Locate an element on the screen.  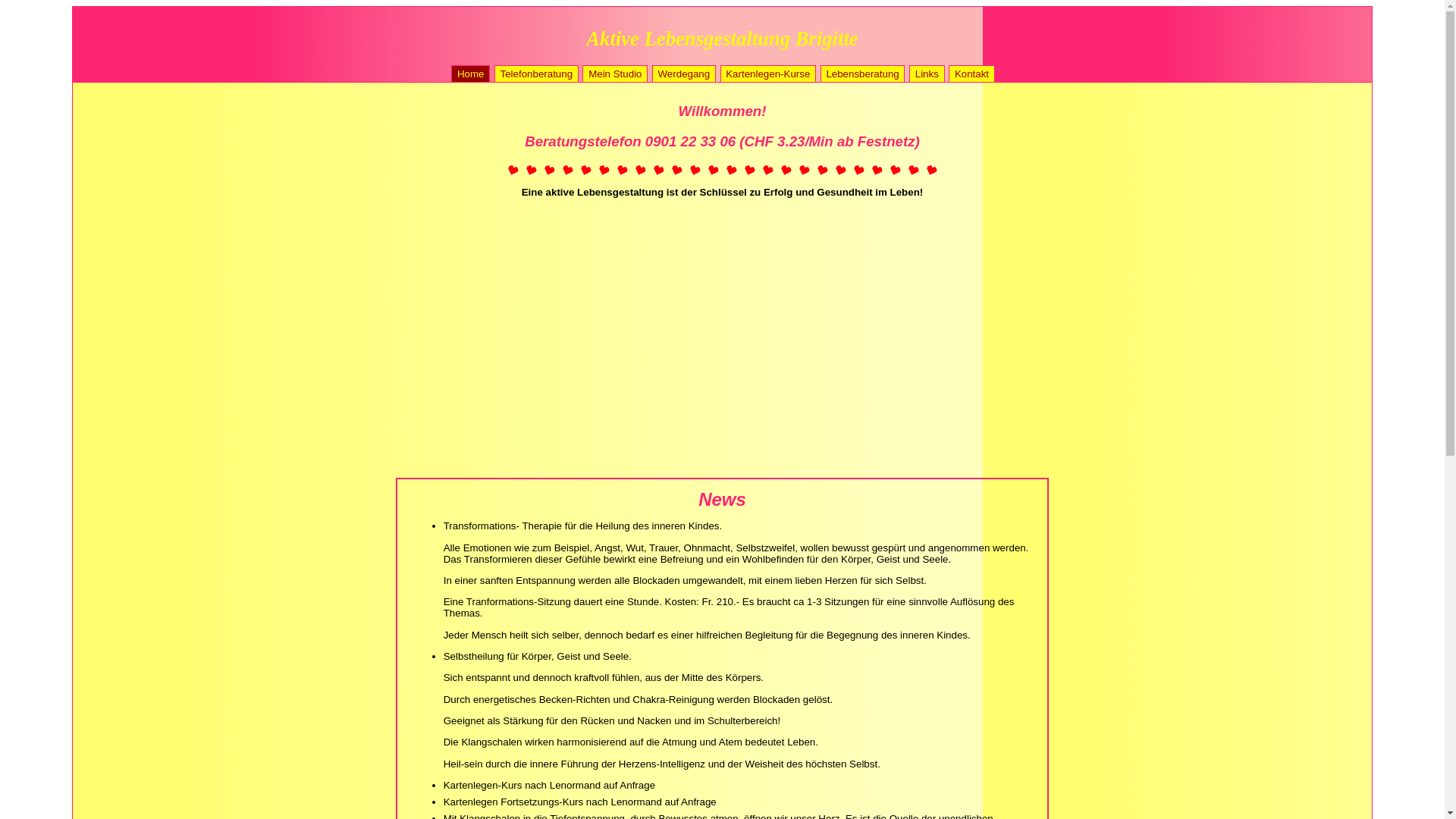
'Links' is located at coordinates (926, 73).